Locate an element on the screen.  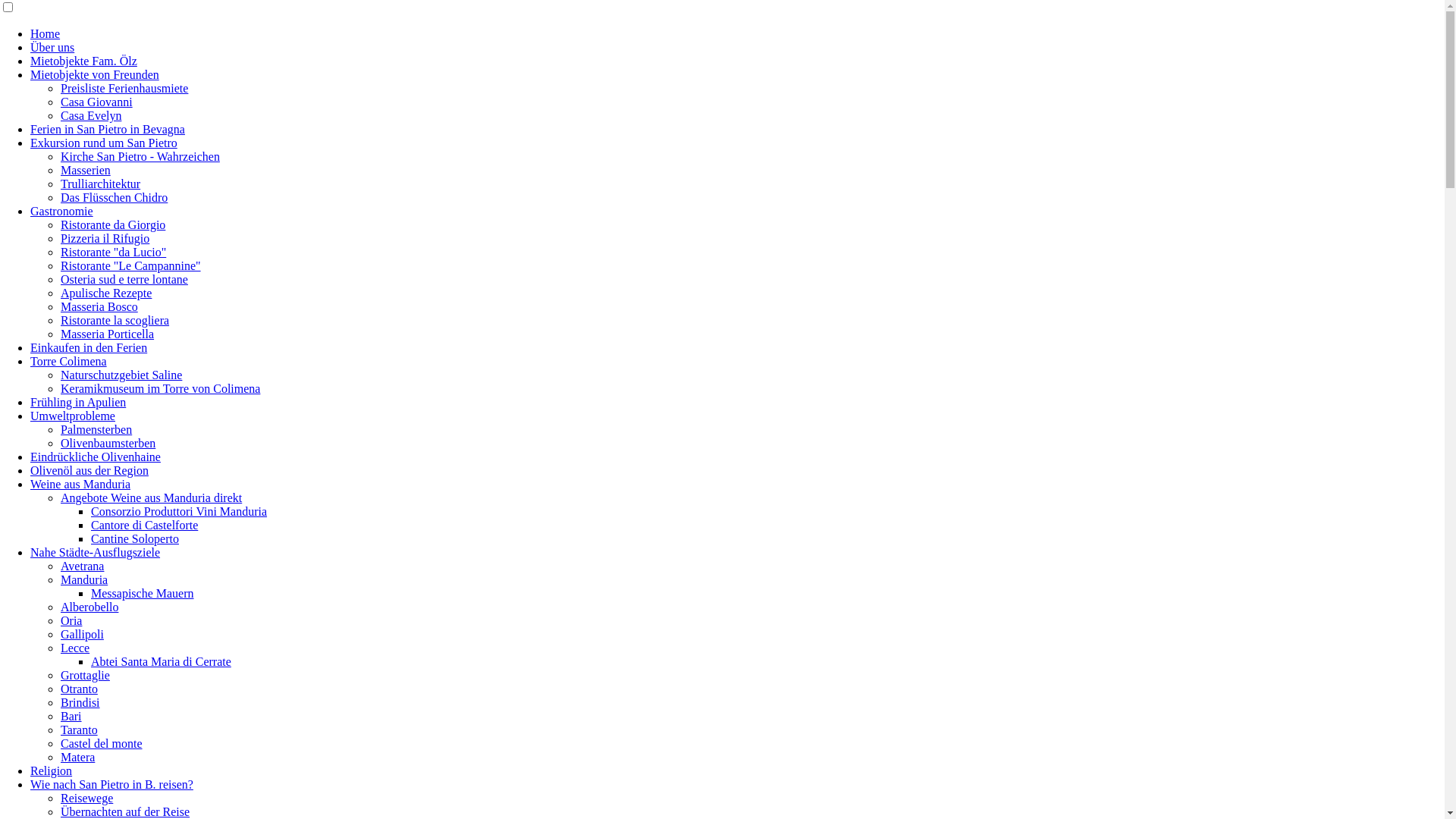
'Gallipoli' is located at coordinates (81, 634).